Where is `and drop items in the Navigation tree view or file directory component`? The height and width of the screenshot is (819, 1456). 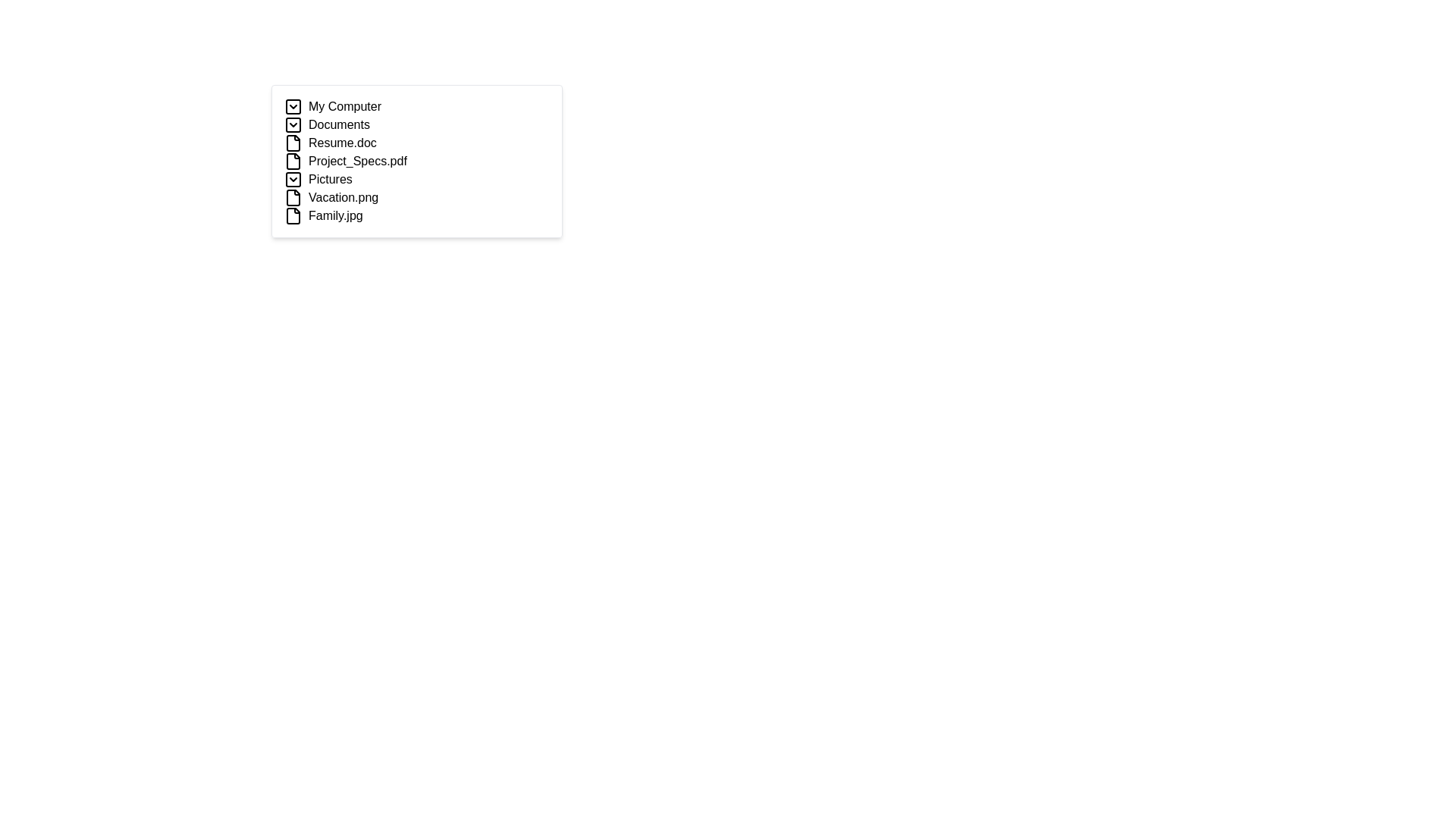
and drop items in the Navigation tree view or file directory component is located at coordinates (417, 161).